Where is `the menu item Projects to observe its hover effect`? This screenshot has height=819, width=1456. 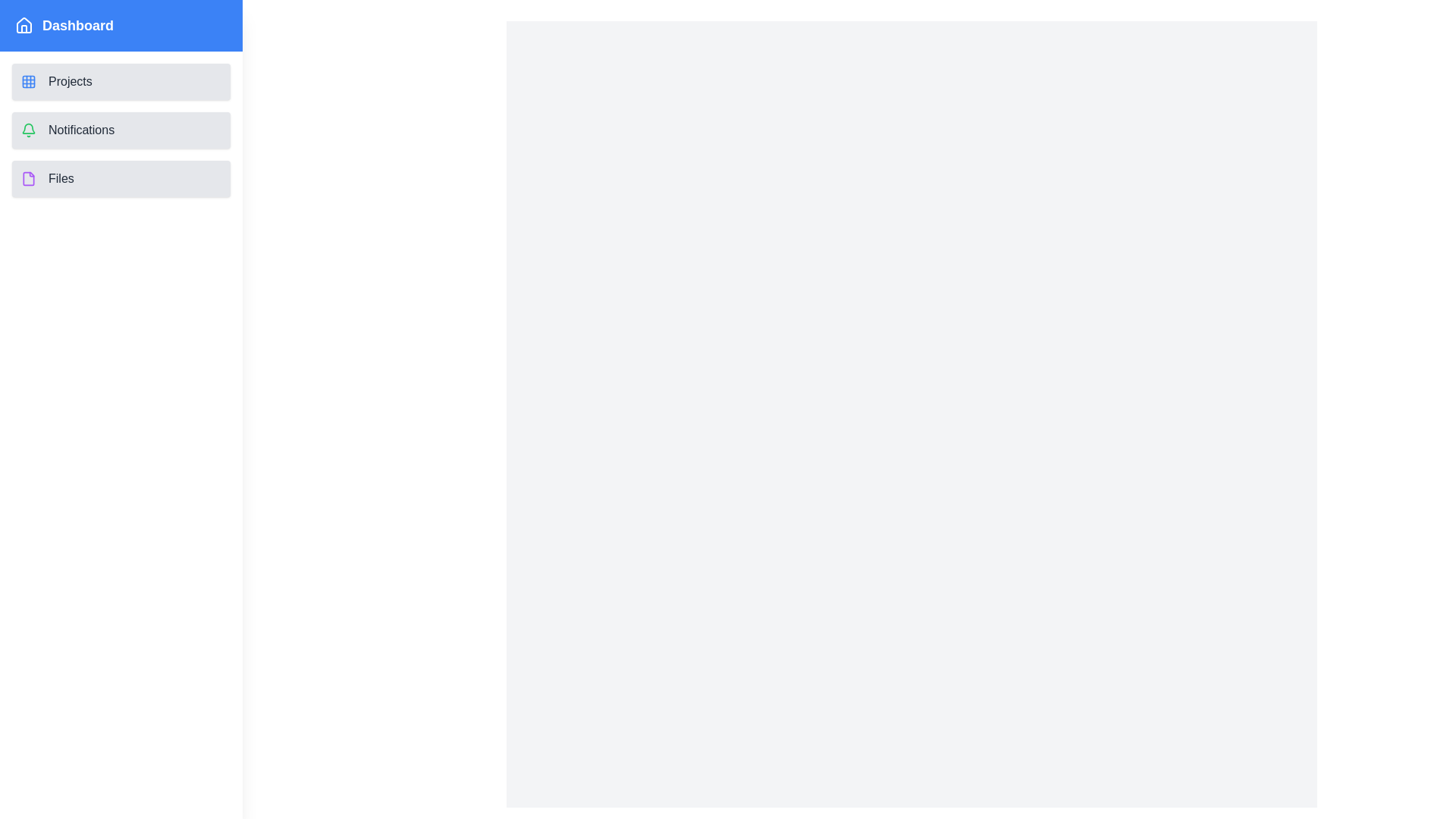
the menu item Projects to observe its hover effect is located at coordinates (120, 82).